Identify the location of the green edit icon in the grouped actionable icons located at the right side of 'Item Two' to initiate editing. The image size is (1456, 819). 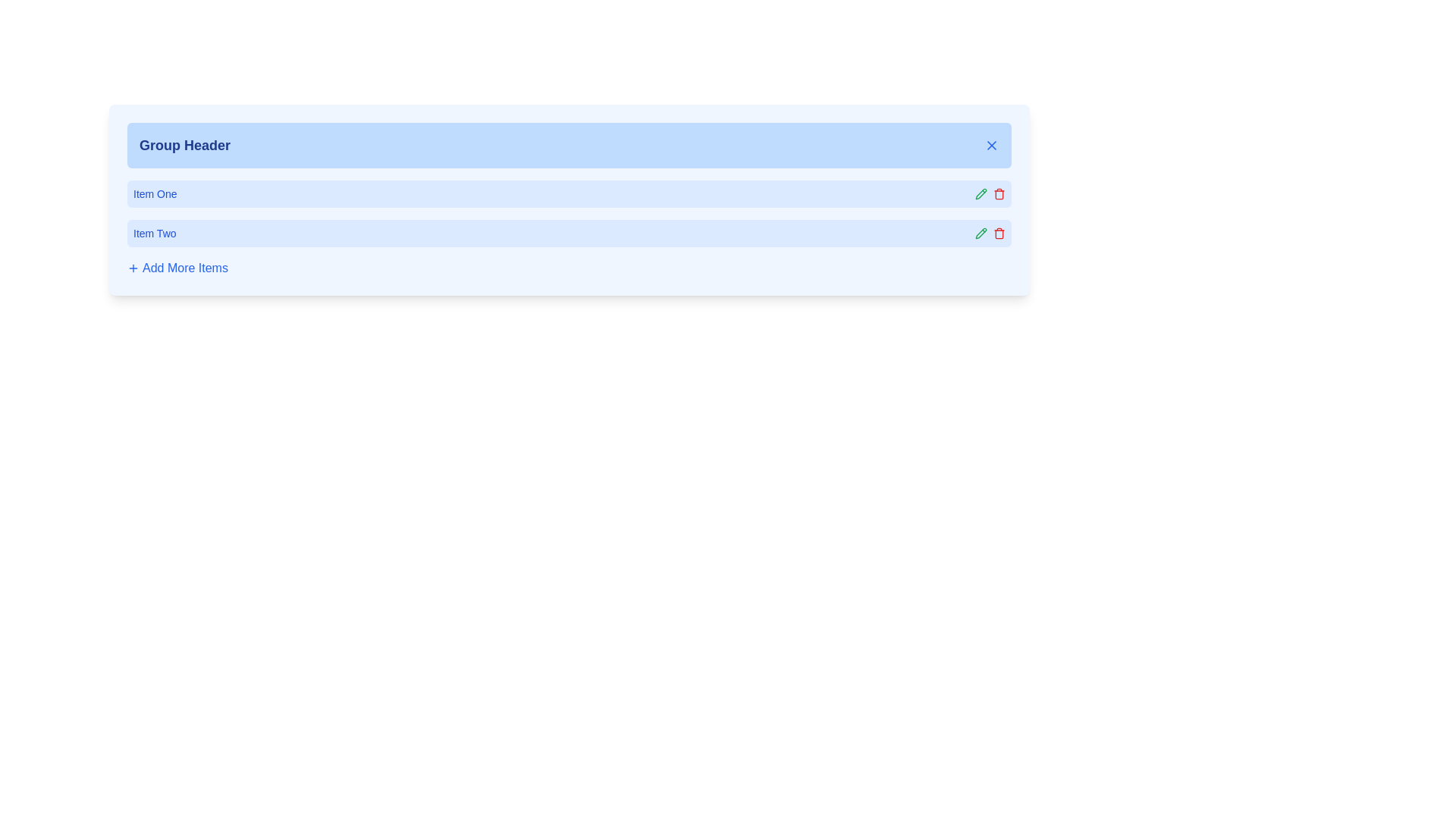
(990, 234).